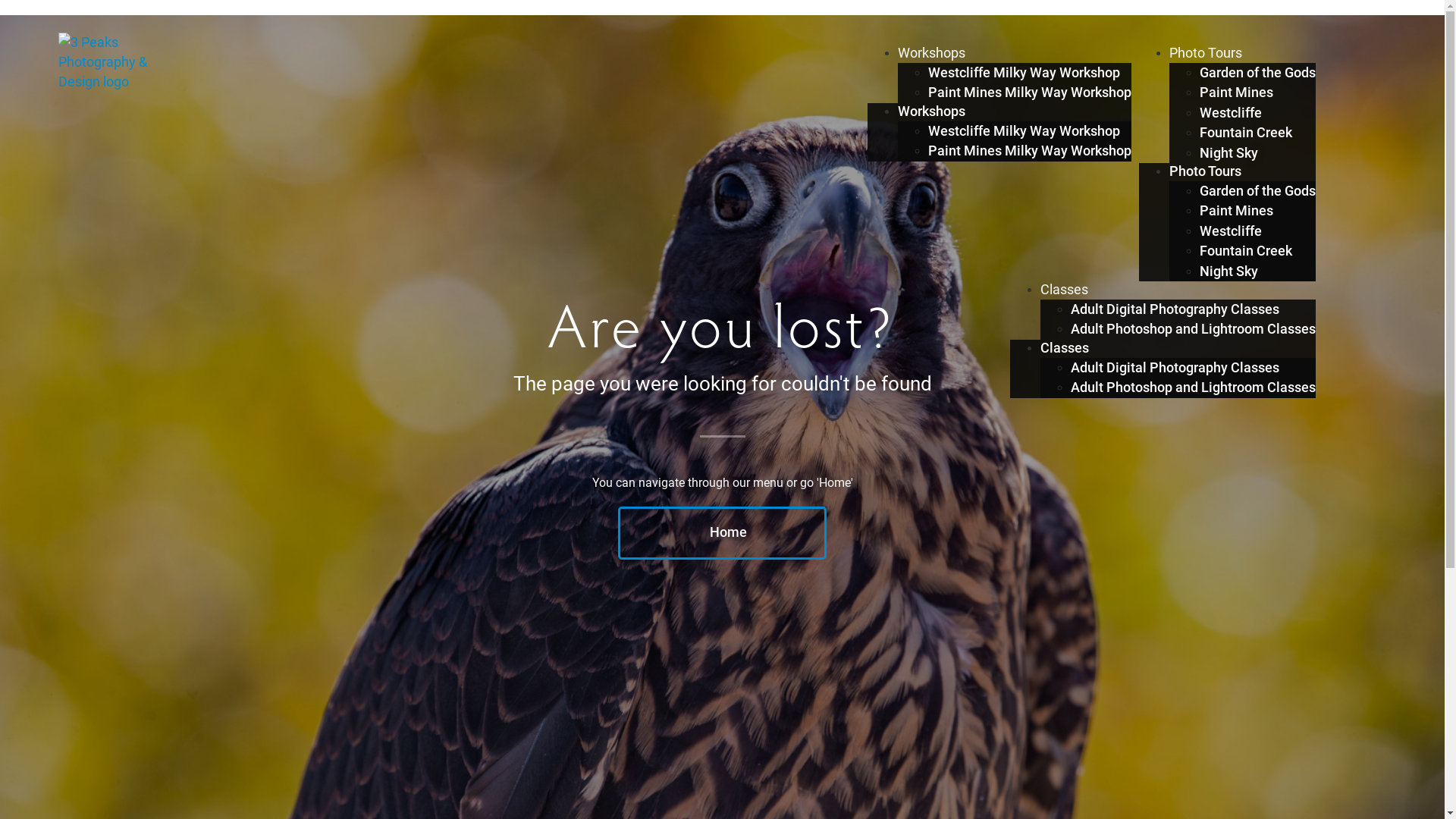 Image resolution: width=1456 pixels, height=819 pixels. I want to click on 'Adult Photoshop and Lightroom Classes', so click(1192, 386).